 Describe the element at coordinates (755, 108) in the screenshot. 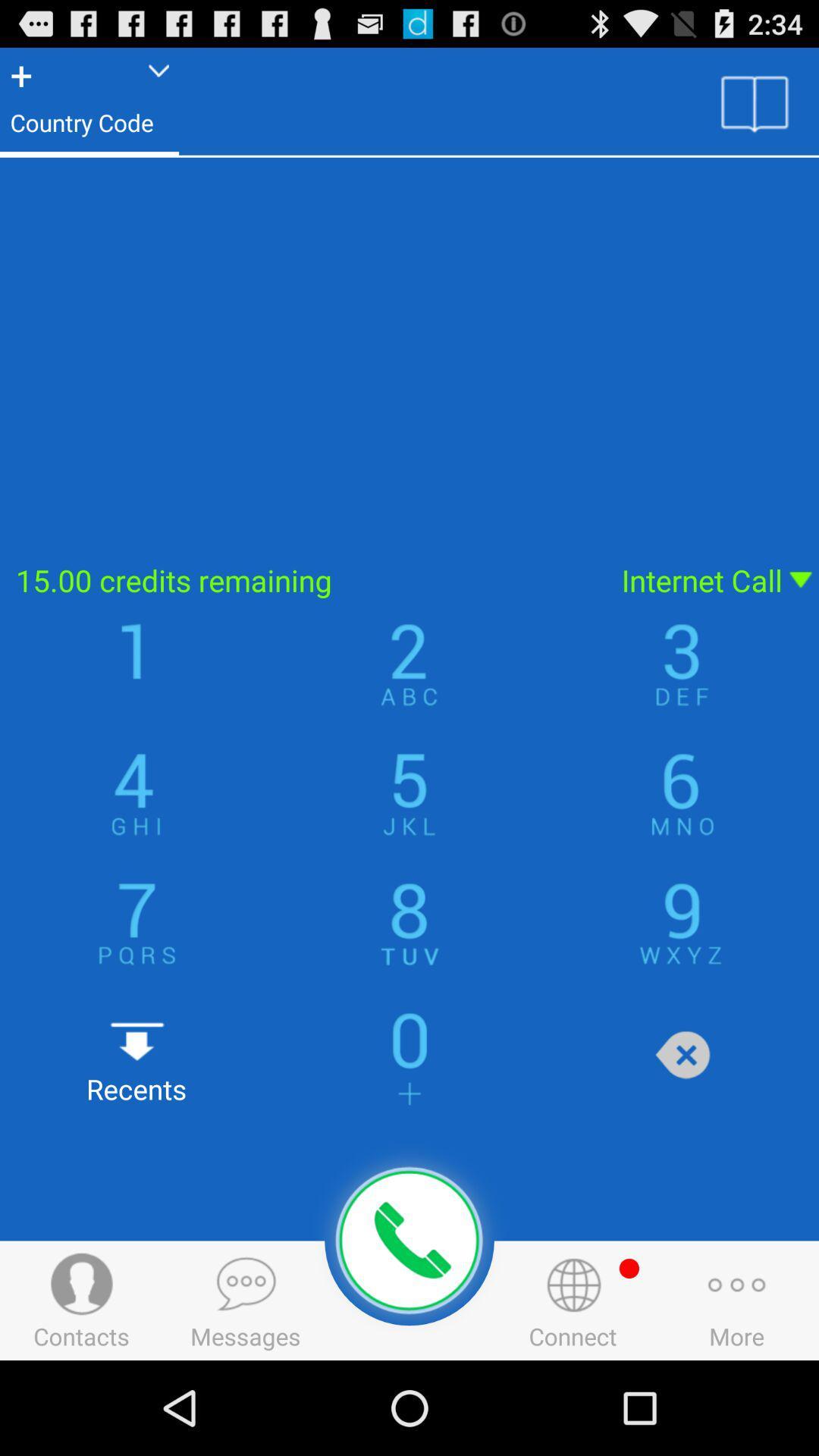

I see `the book icon` at that location.